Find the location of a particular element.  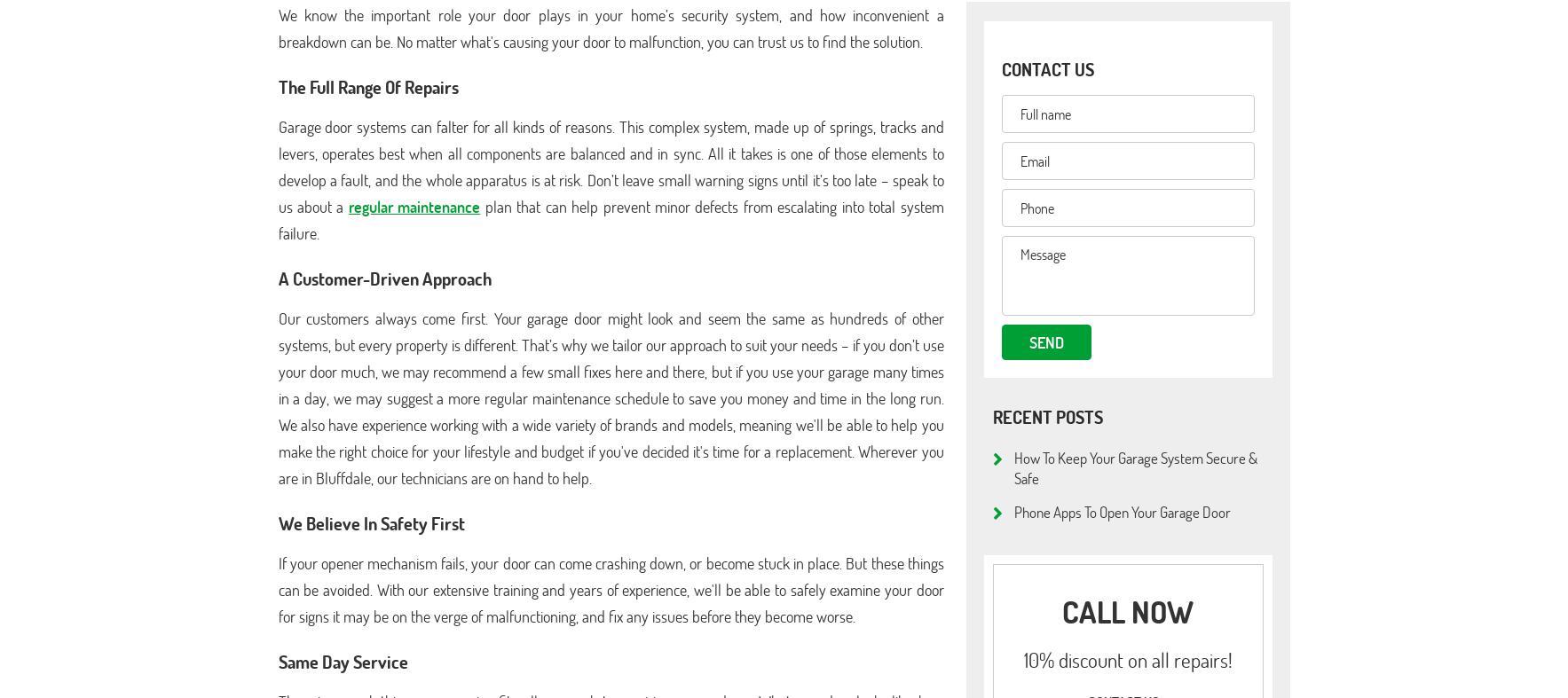

'The Full Range Of Repairs' is located at coordinates (367, 85).